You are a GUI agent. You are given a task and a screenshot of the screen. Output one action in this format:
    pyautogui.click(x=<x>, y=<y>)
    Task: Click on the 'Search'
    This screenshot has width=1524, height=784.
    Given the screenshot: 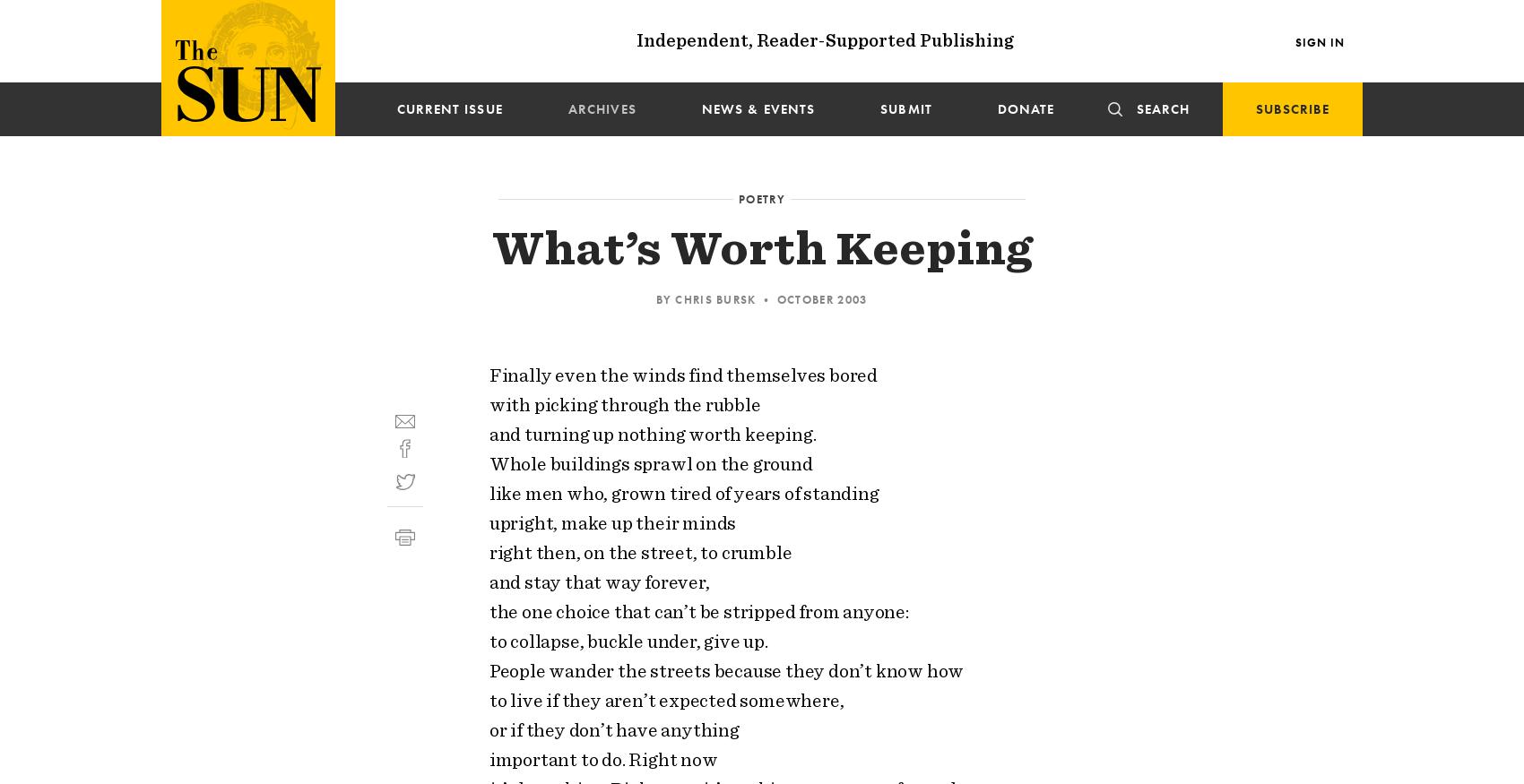 What is the action you would take?
    pyautogui.click(x=1135, y=108)
    